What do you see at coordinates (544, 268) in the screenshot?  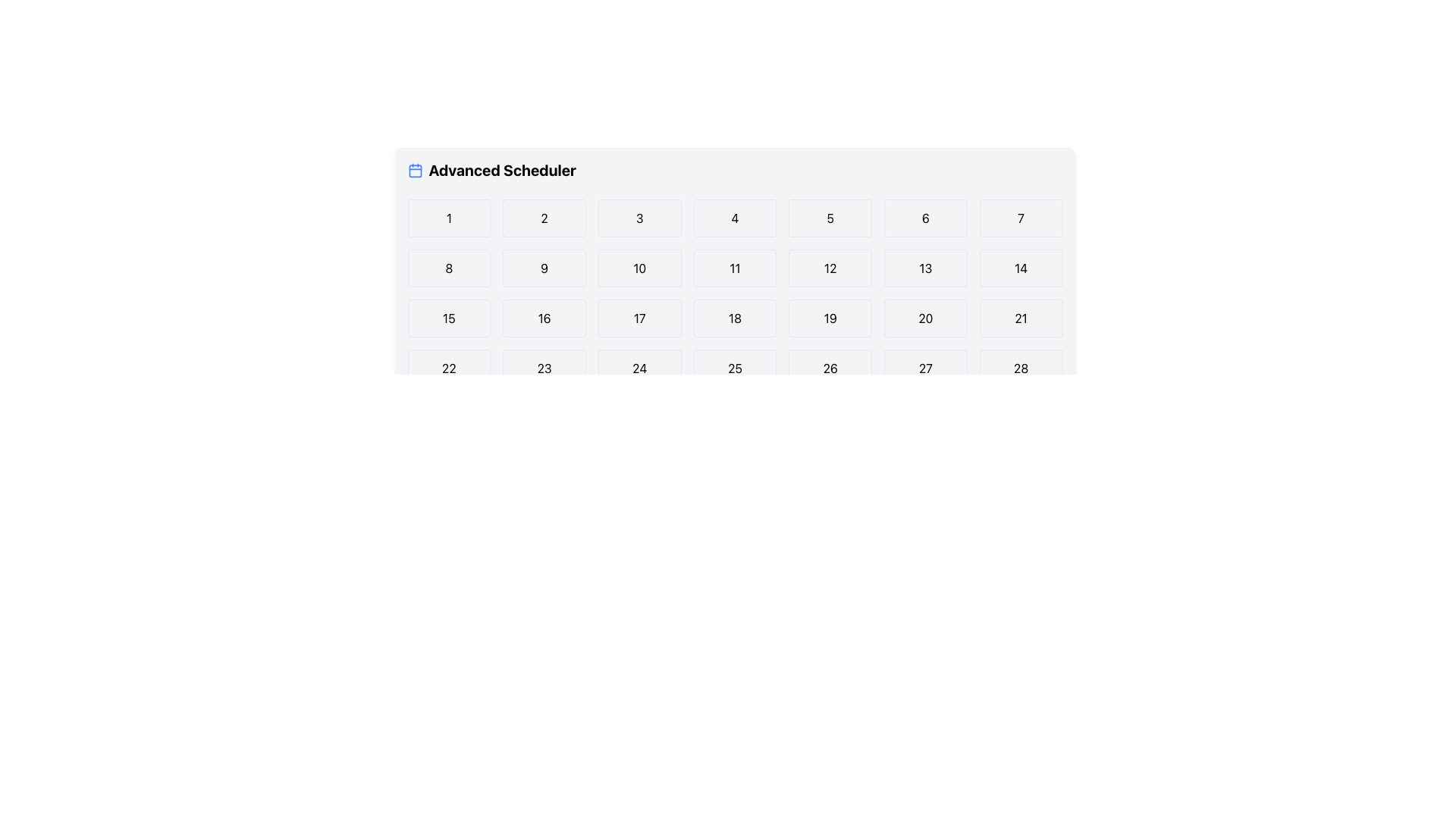 I see `the button displaying the numeral '9' in the second row and second column of the grid under 'Advanced Scheduler' for tooltips or highlights` at bounding box center [544, 268].